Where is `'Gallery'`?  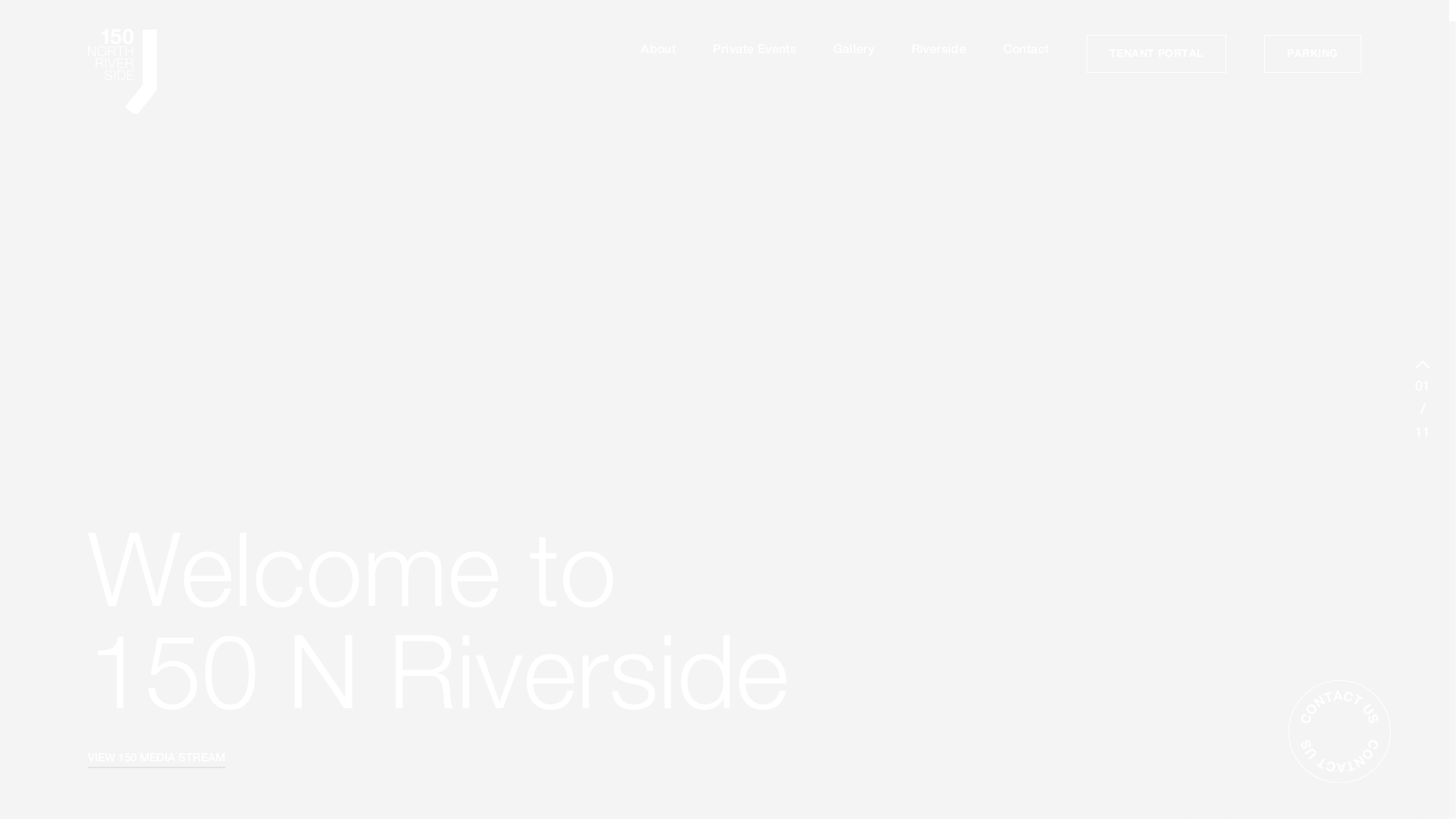 'Gallery' is located at coordinates (854, 49).